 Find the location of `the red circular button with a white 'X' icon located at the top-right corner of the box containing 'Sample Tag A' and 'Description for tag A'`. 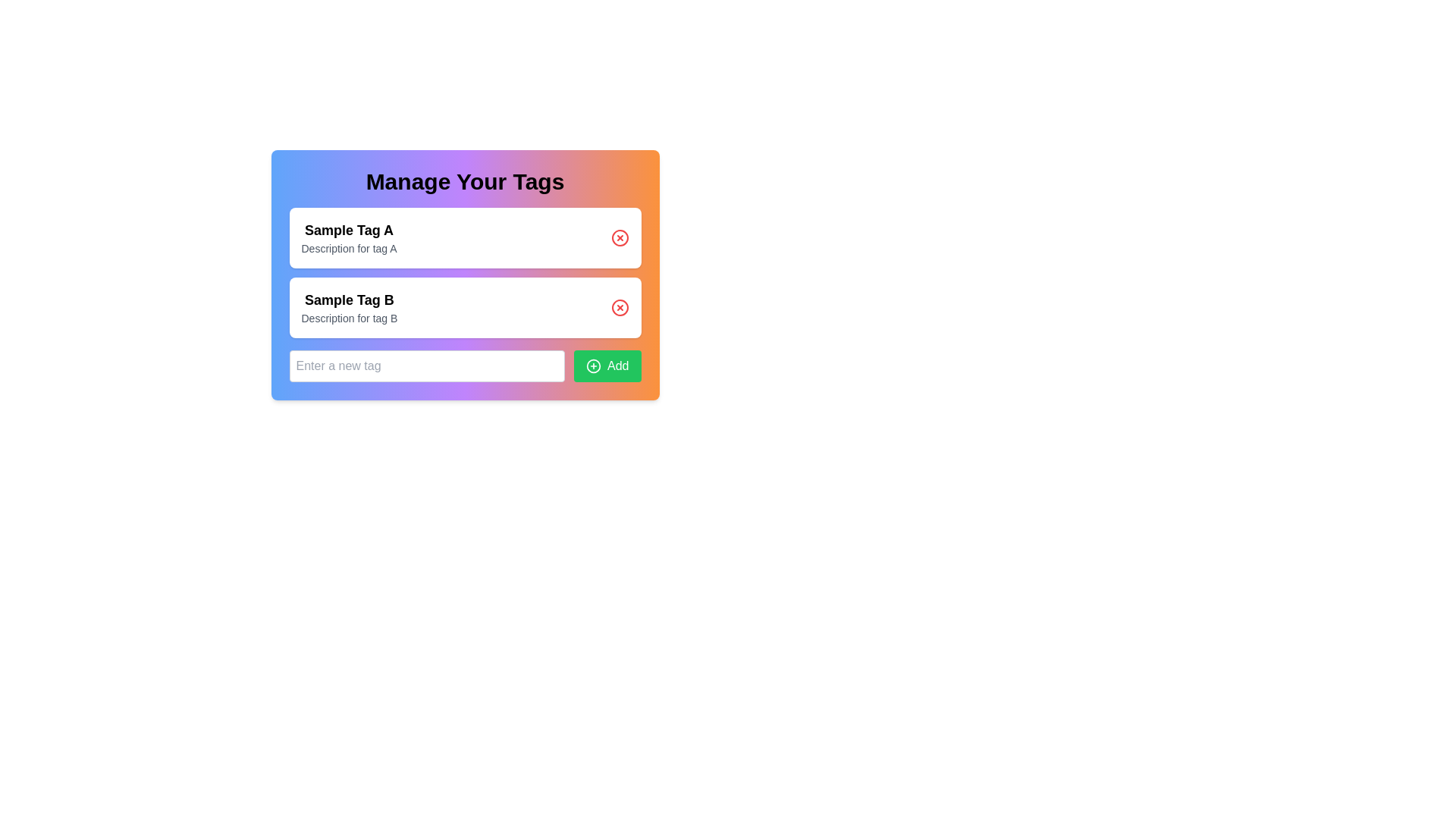

the red circular button with a white 'X' icon located at the top-right corner of the box containing 'Sample Tag A' and 'Description for tag A' is located at coordinates (620, 237).